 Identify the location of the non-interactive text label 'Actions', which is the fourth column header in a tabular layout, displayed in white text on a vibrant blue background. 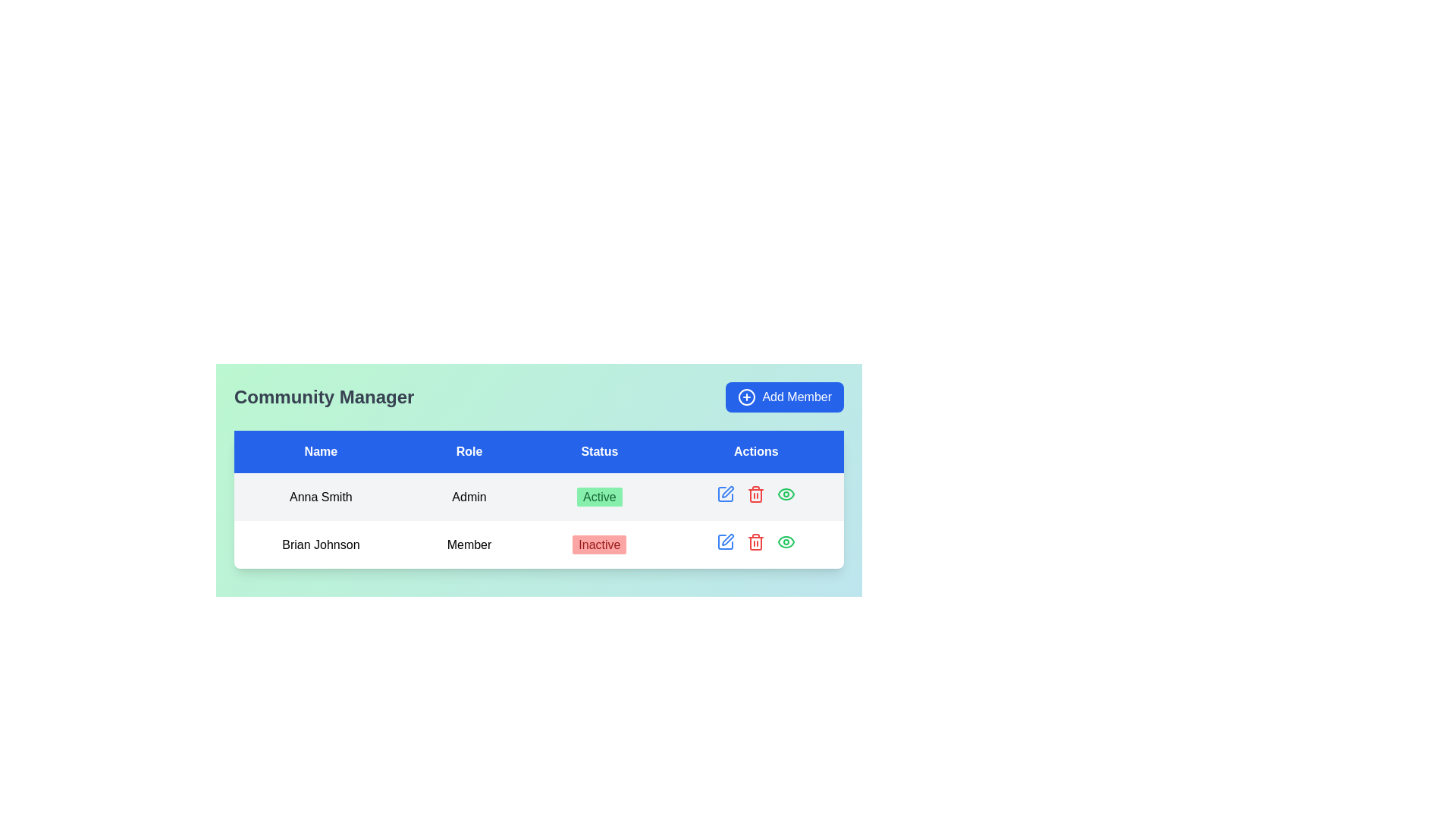
(756, 451).